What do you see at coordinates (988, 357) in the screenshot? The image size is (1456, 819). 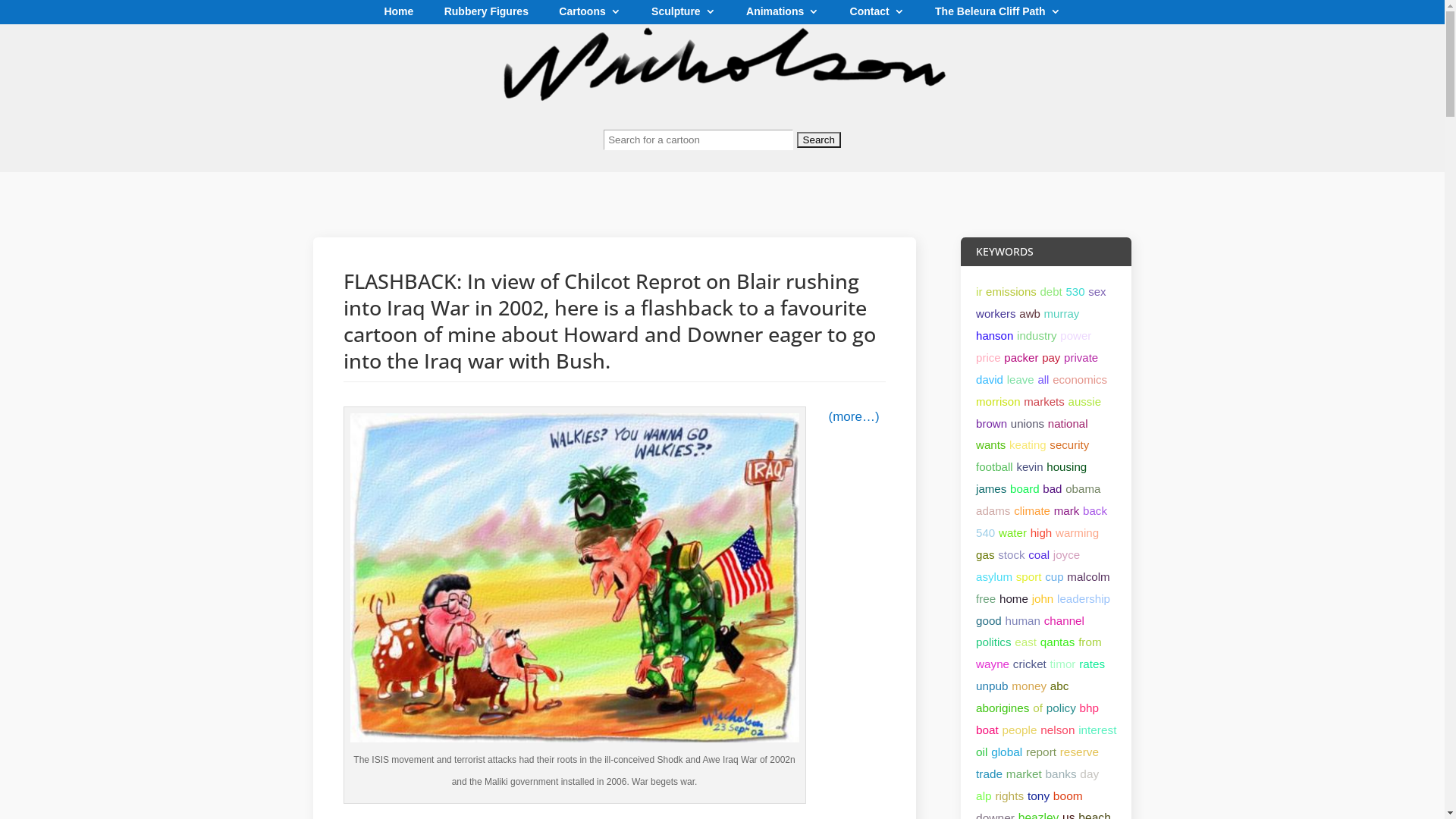 I see `'price'` at bounding box center [988, 357].